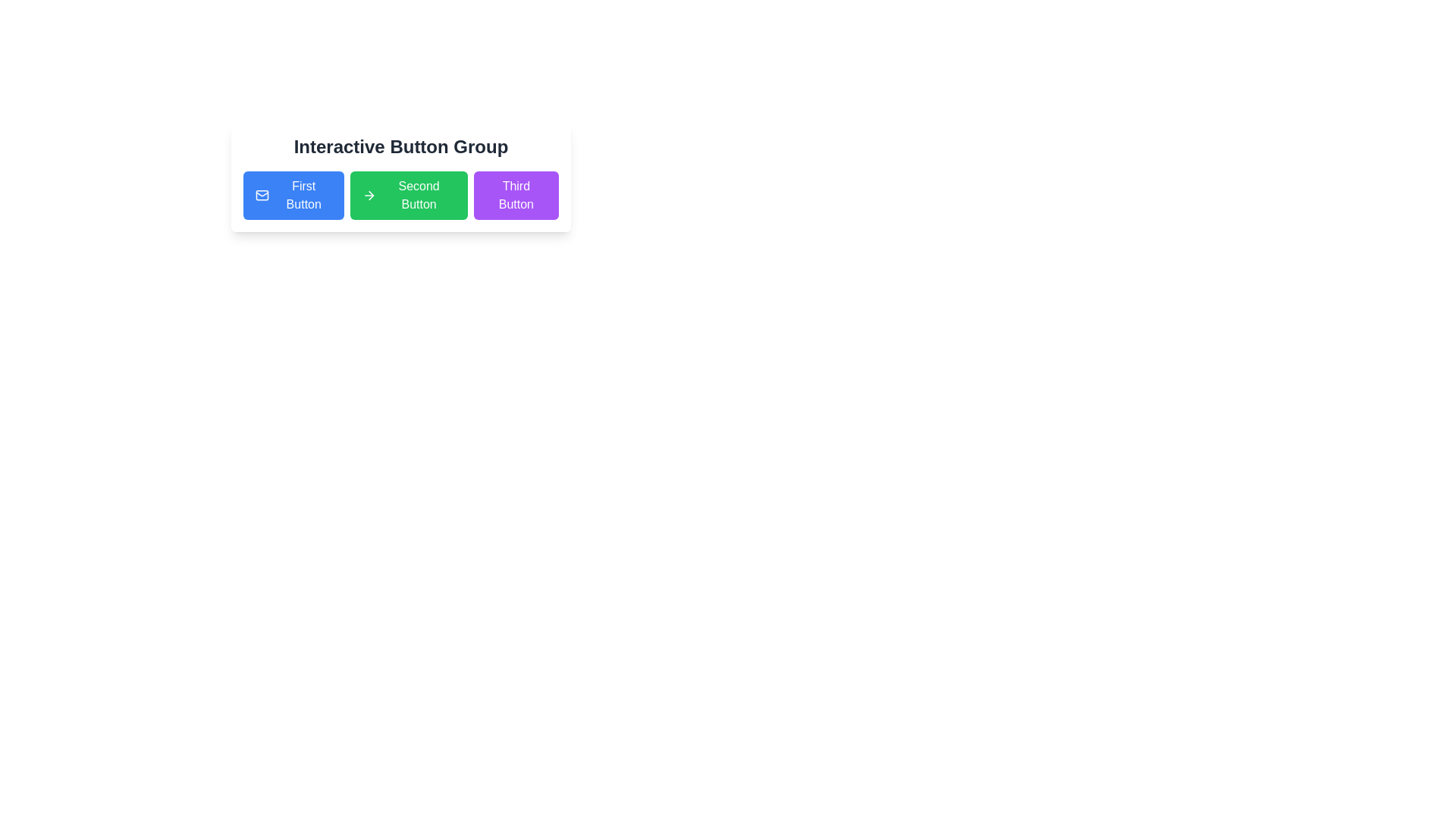 Image resolution: width=1456 pixels, height=819 pixels. I want to click on the position of the icon located in the center of the 'Second Button', which symbolizes navigation or progression, so click(369, 195).